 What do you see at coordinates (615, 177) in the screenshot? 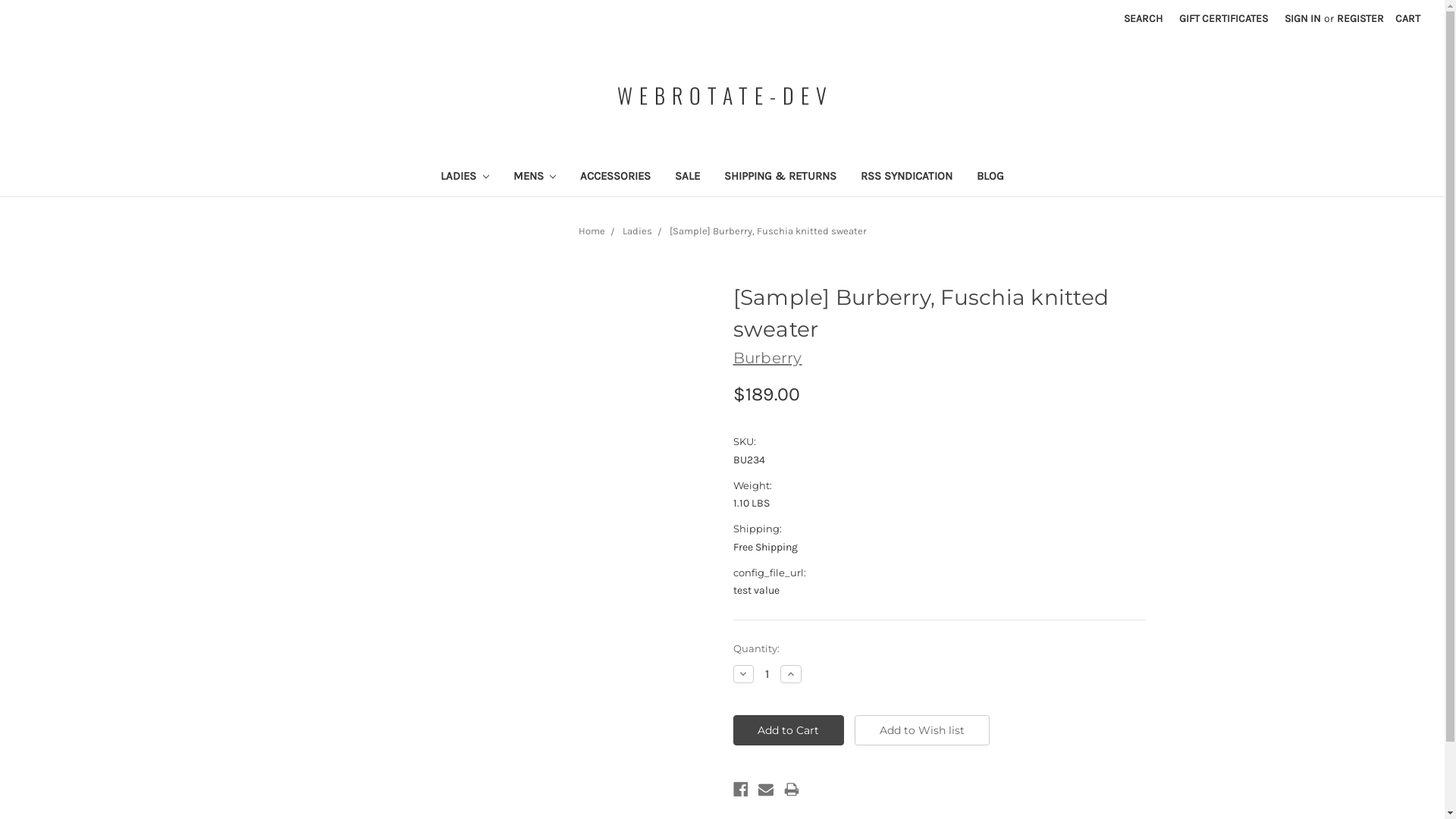
I see `'ACCESSORIES'` at bounding box center [615, 177].